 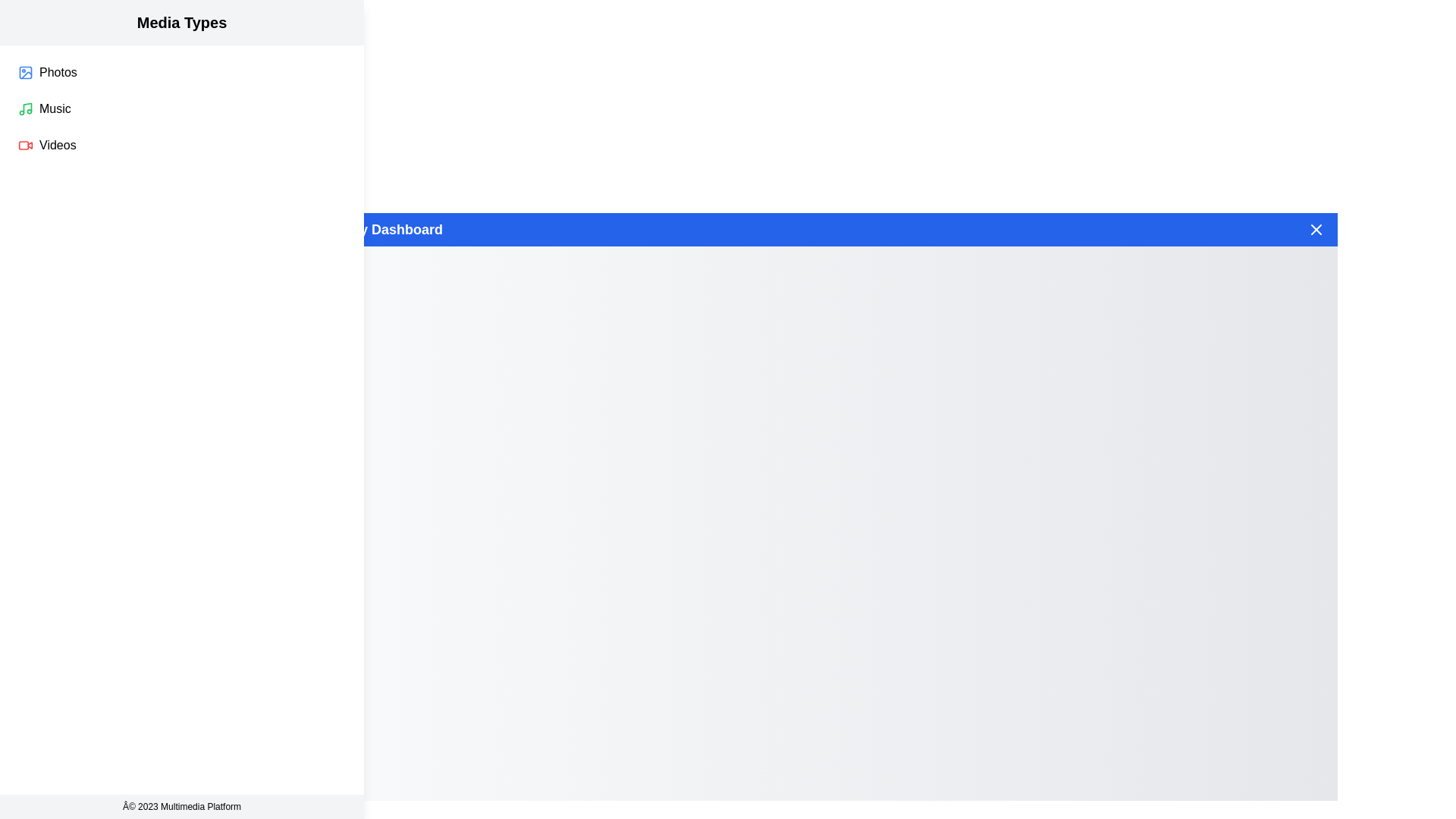 What do you see at coordinates (25, 146) in the screenshot?
I see `the appearance of the vibrant red camcorder icon located beside the text 'Videos' in the left sidebar` at bounding box center [25, 146].